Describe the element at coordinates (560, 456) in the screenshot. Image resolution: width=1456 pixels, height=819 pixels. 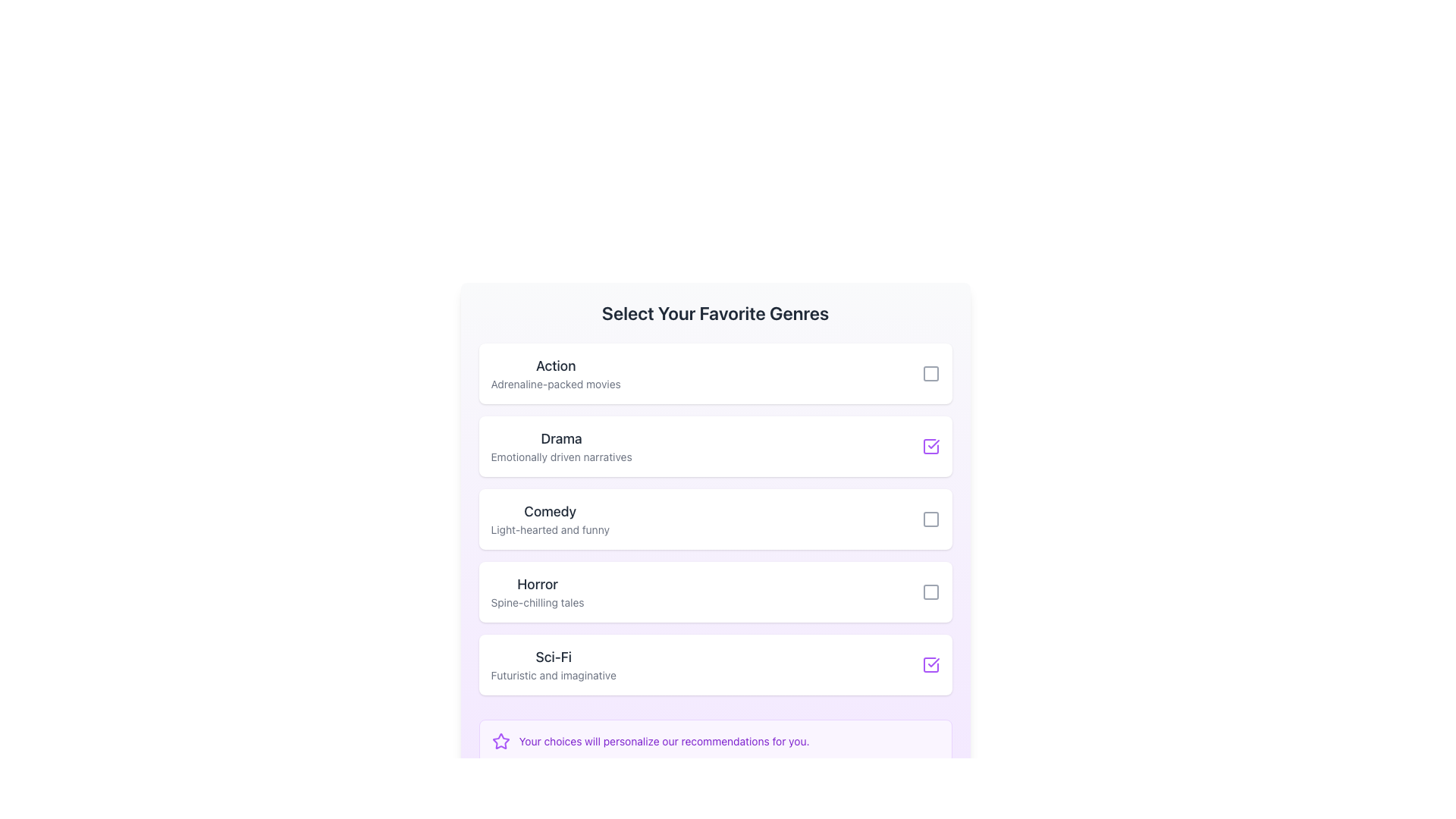
I see `text from the Text Label element that displays 'Emotionally driven narratives', located under the heading 'Drama'` at that location.